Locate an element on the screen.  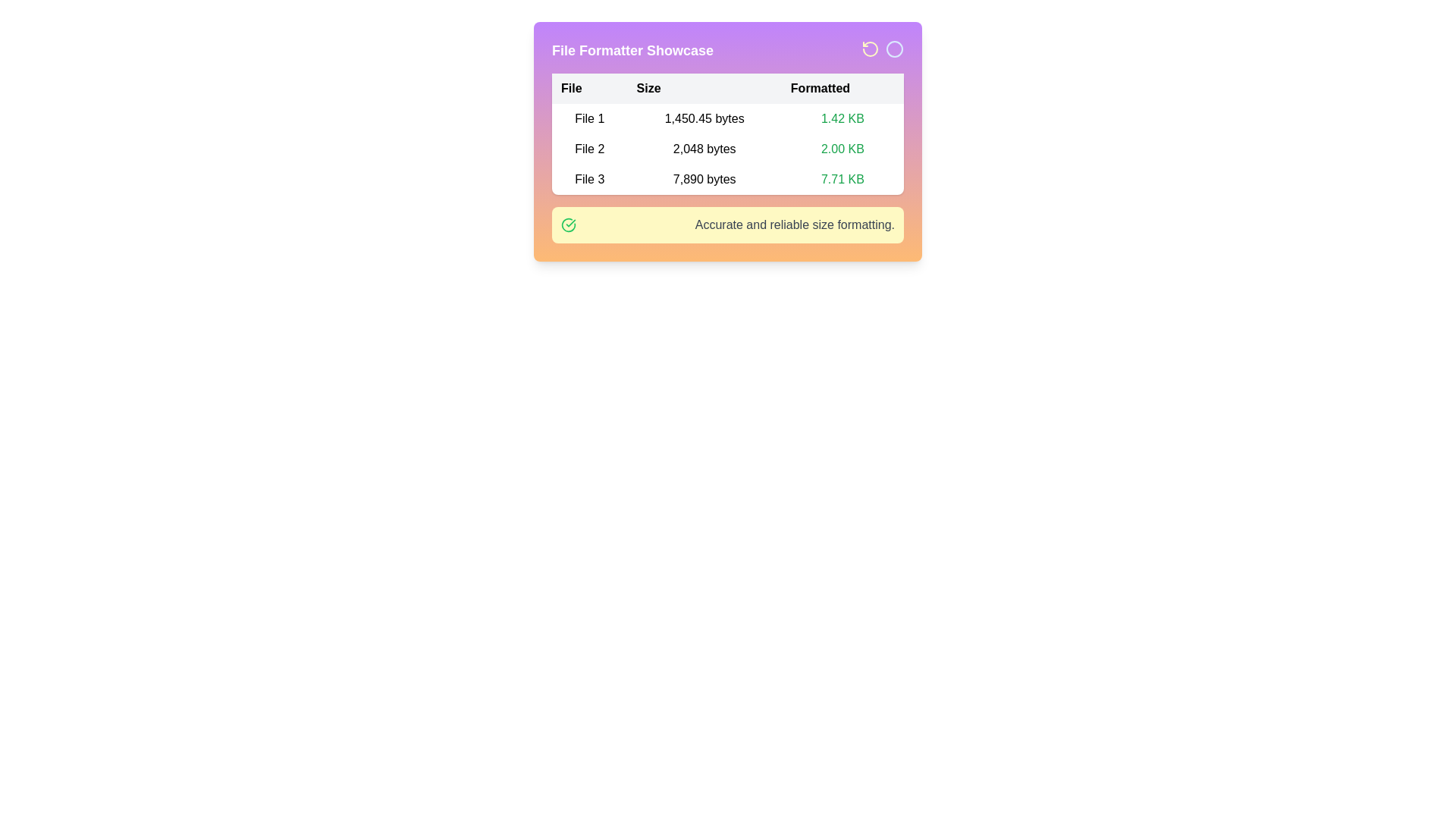
the 'File 3' text label in the first column of the table, which is displayed in plain black text on a white background, located under the 'File' header is located at coordinates (588, 178).